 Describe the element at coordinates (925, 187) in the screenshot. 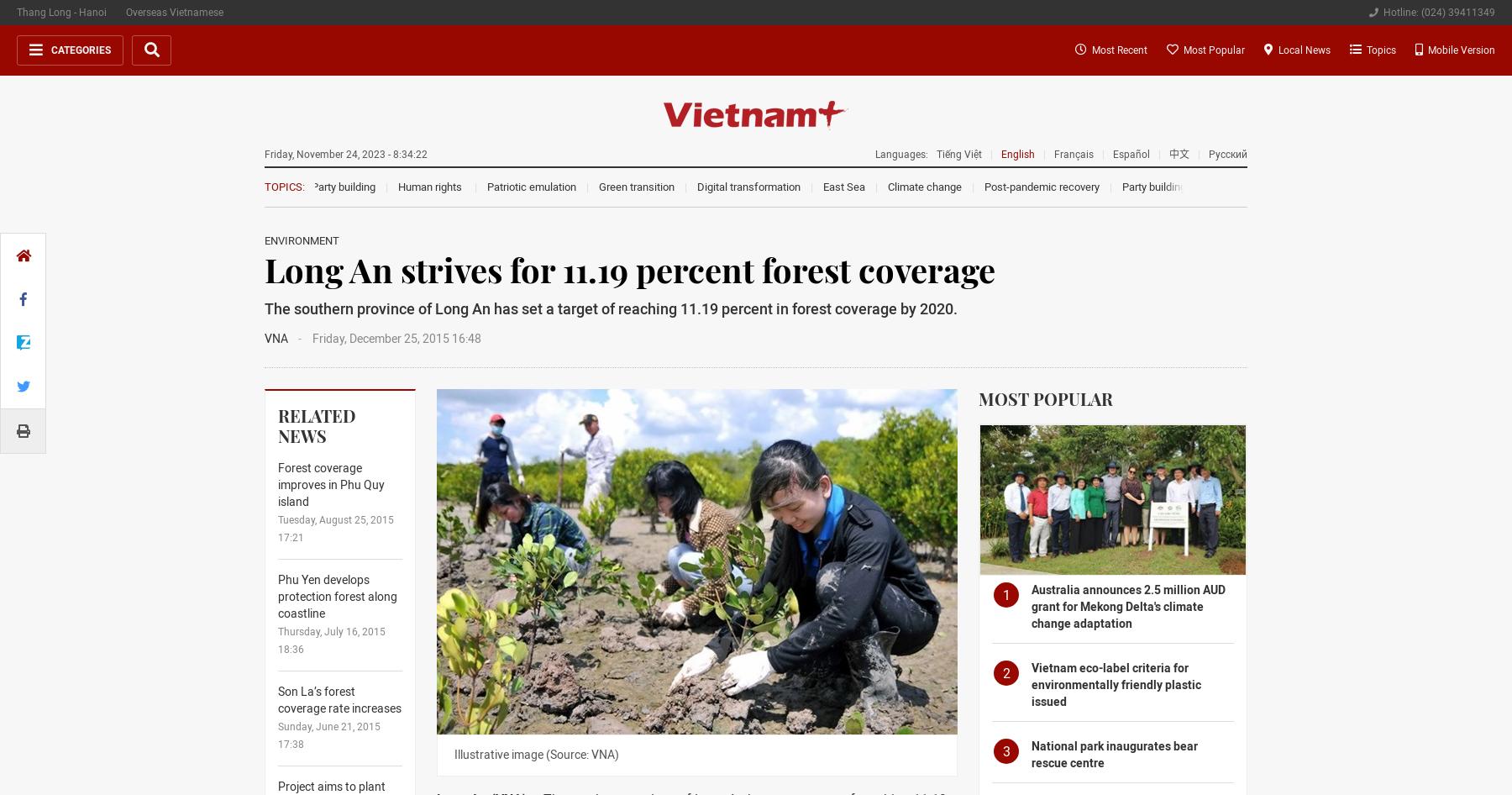

I see `'Climate change'` at that location.